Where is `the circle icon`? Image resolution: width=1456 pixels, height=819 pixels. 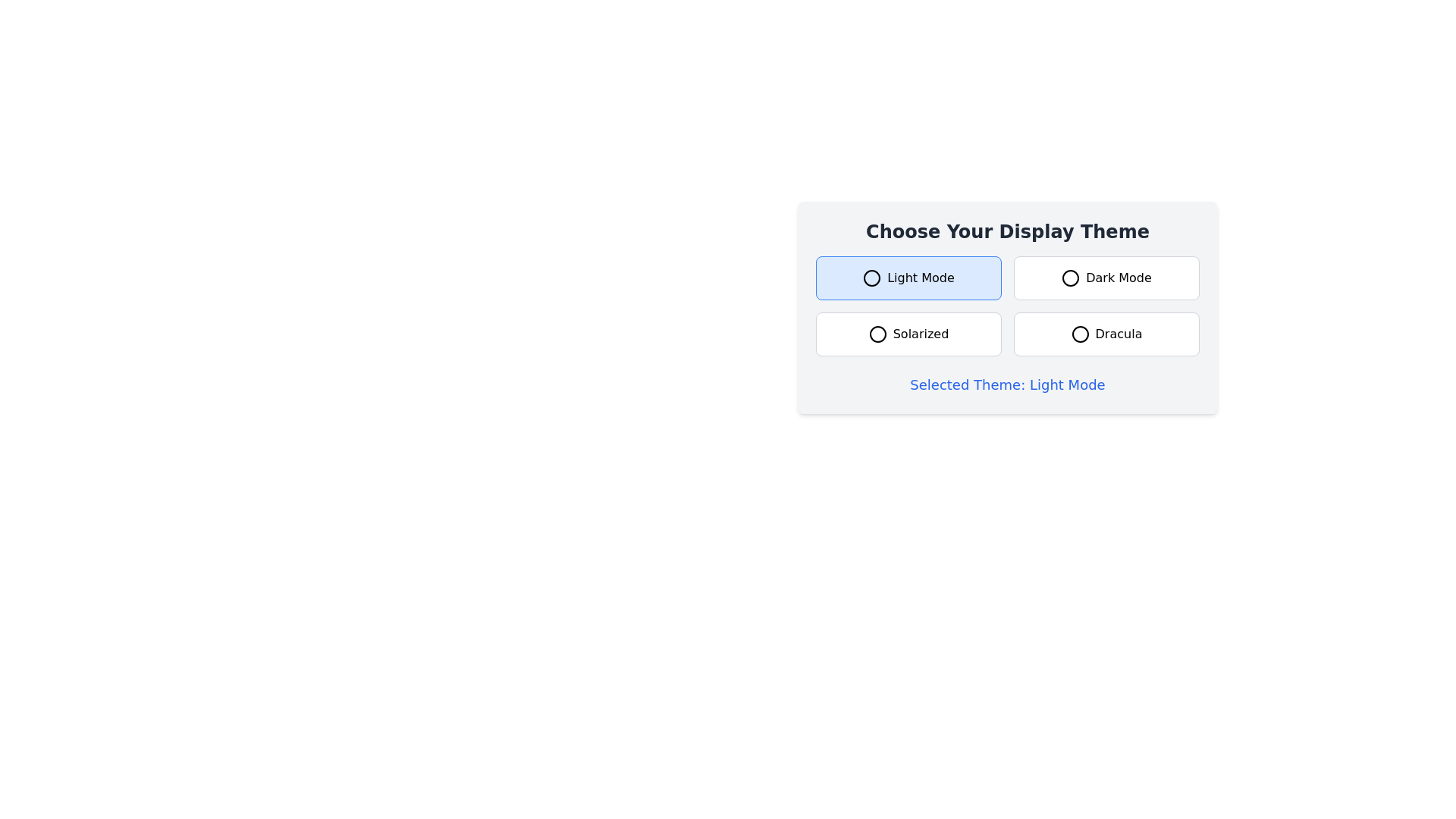 the circle icon is located at coordinates (1079, 333).